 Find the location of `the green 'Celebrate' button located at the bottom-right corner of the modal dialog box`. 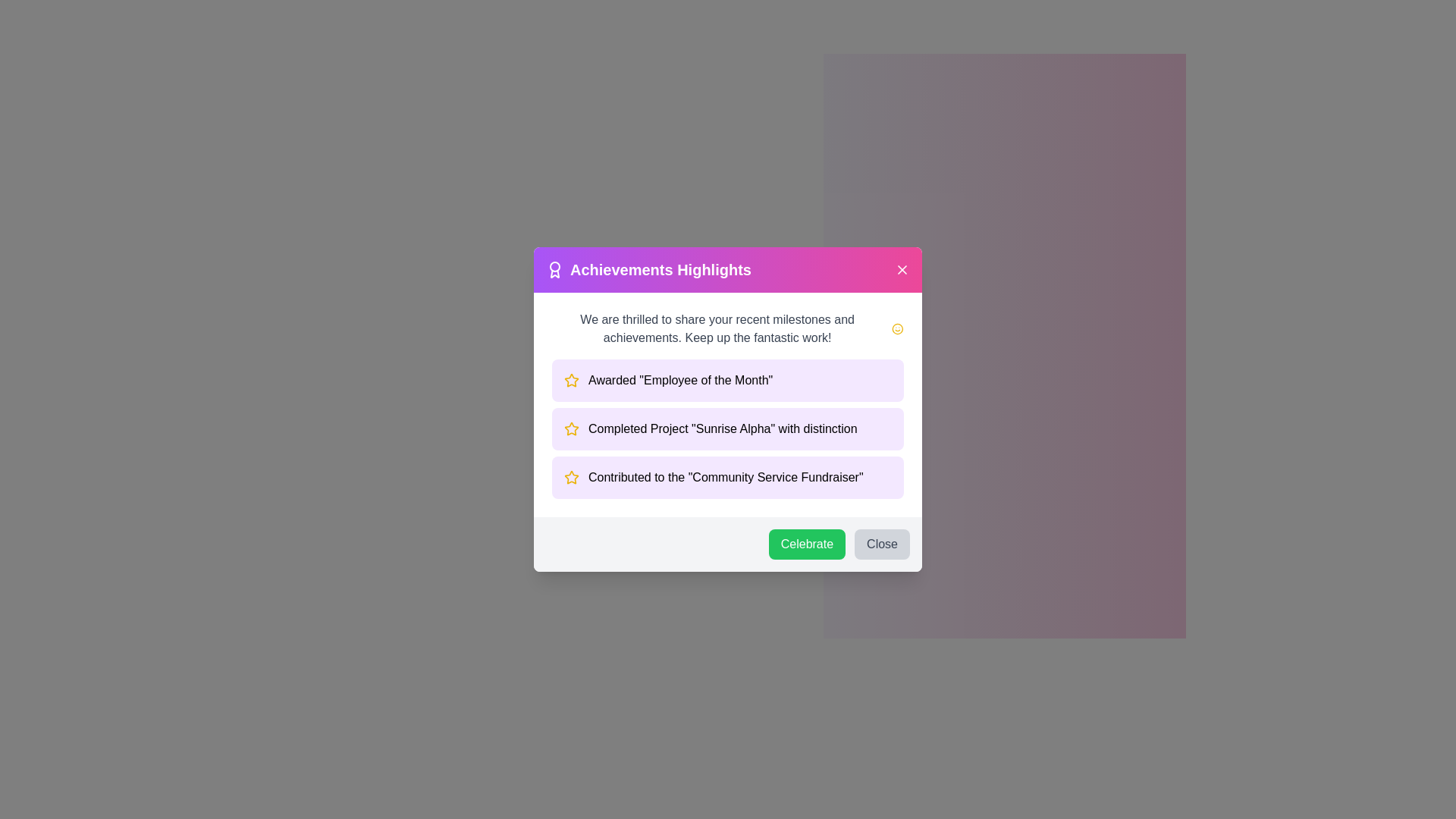

the green 'Celebrate' button located at the bottom-right corner of the modal dialog box is located at coordinates (806, 543).